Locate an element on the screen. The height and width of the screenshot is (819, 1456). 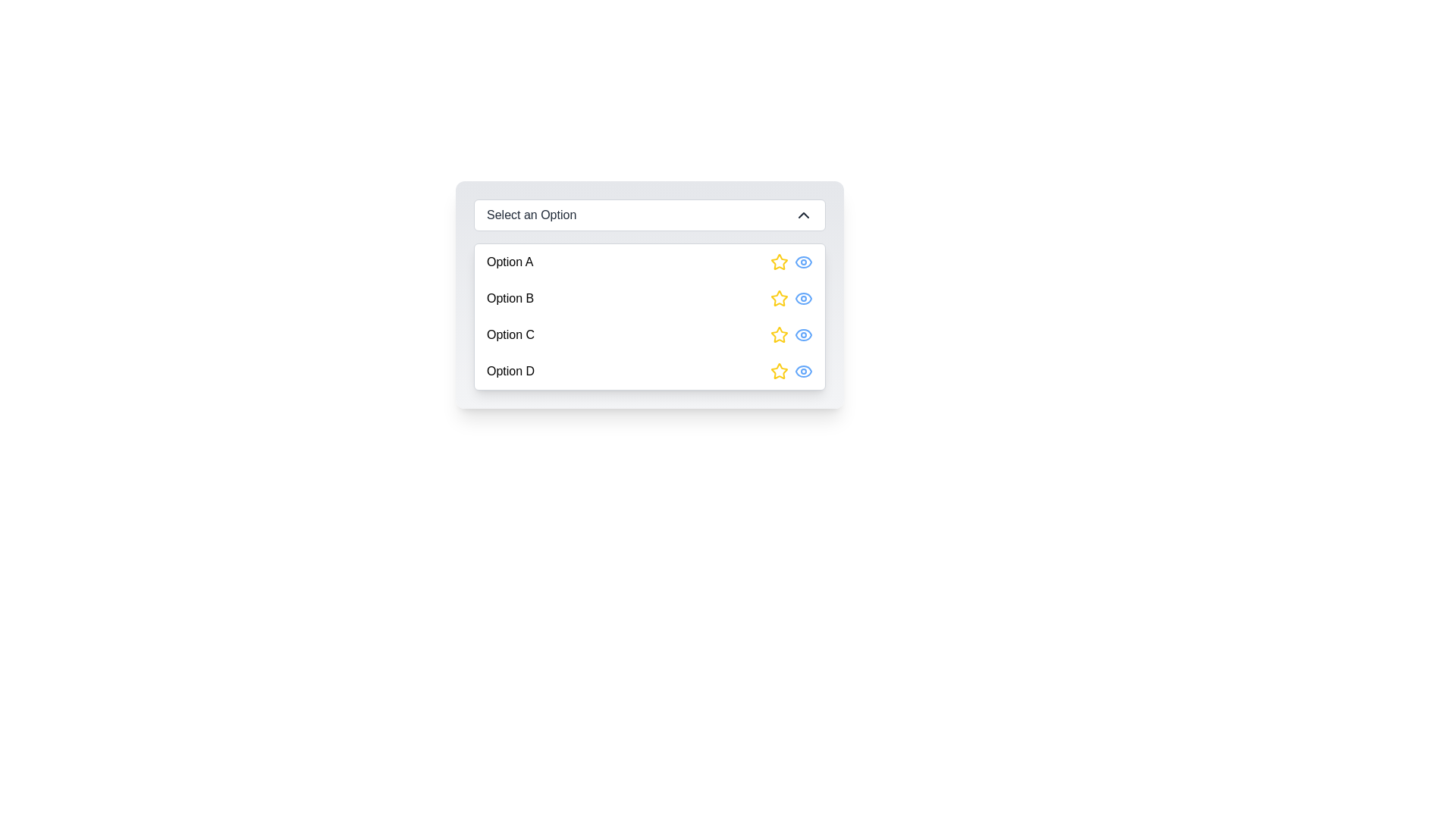
the text label displaying 'Option A' which is part of the first option item in a dropdown-like list, located to the left of a star and an eye icon is located at coordinates (510, 262).